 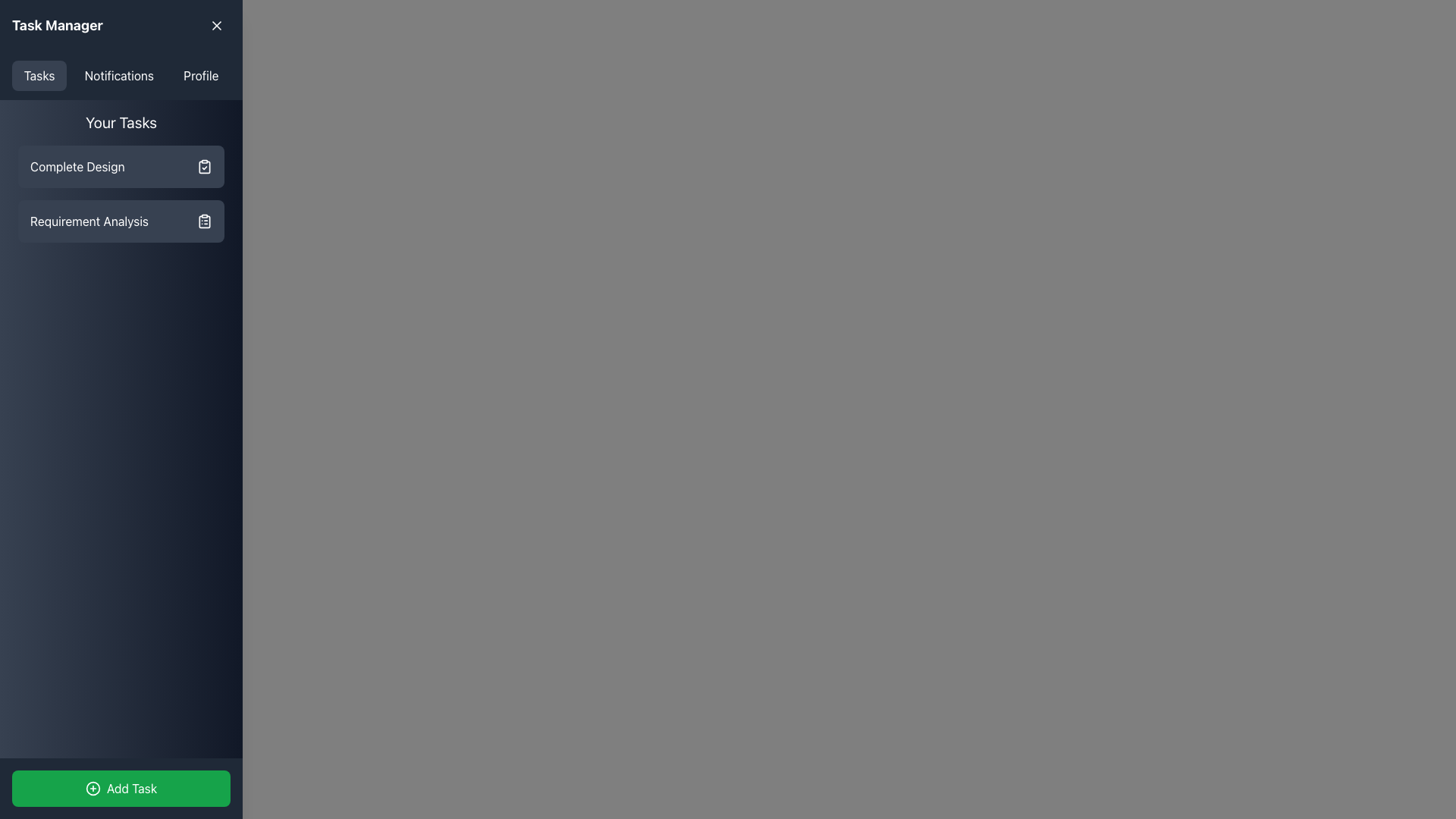 What do you see at coordinates (57, 26) in the screenshot?
I see `the 'Task Manager' text label, which is a bold and large font styled in white on a dark background, located in the top-left corner of the sidebar interface` at bounding box center [57, 26].